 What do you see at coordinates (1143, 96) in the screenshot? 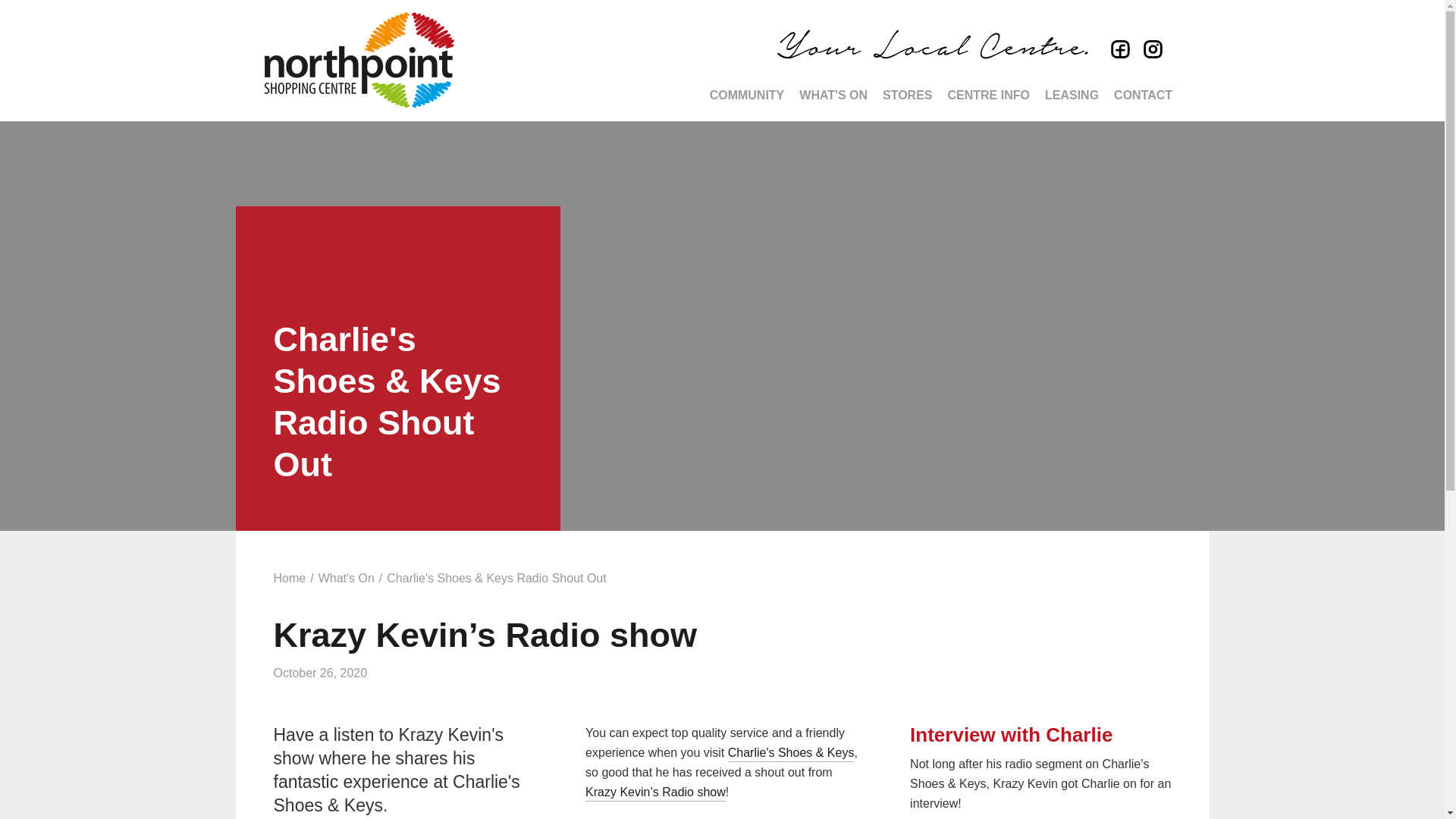
I see `'CONTACT'` at bounding box center [1143, 96].